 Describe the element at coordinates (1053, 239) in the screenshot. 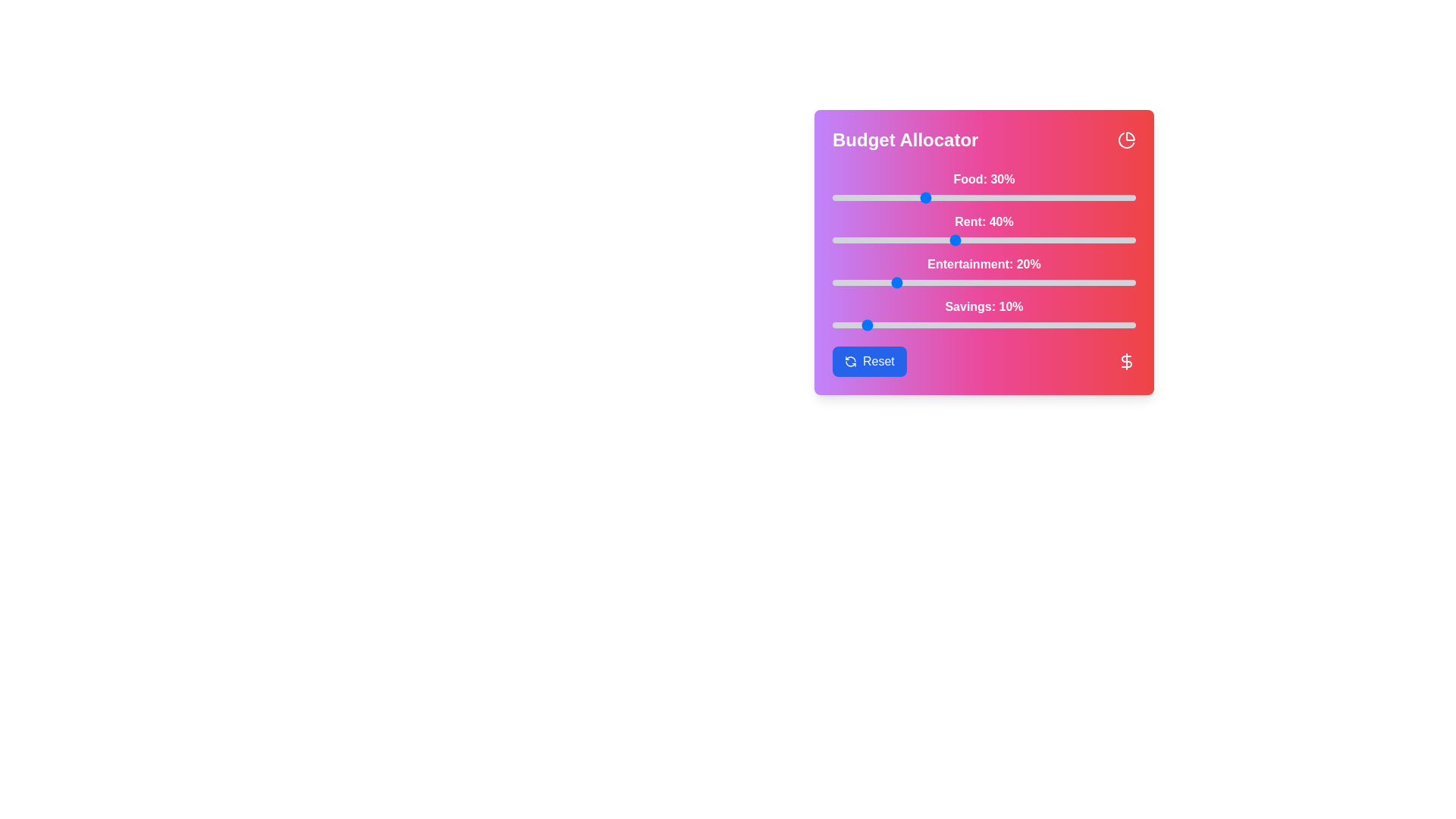

I see `the rent allocation` at that location.